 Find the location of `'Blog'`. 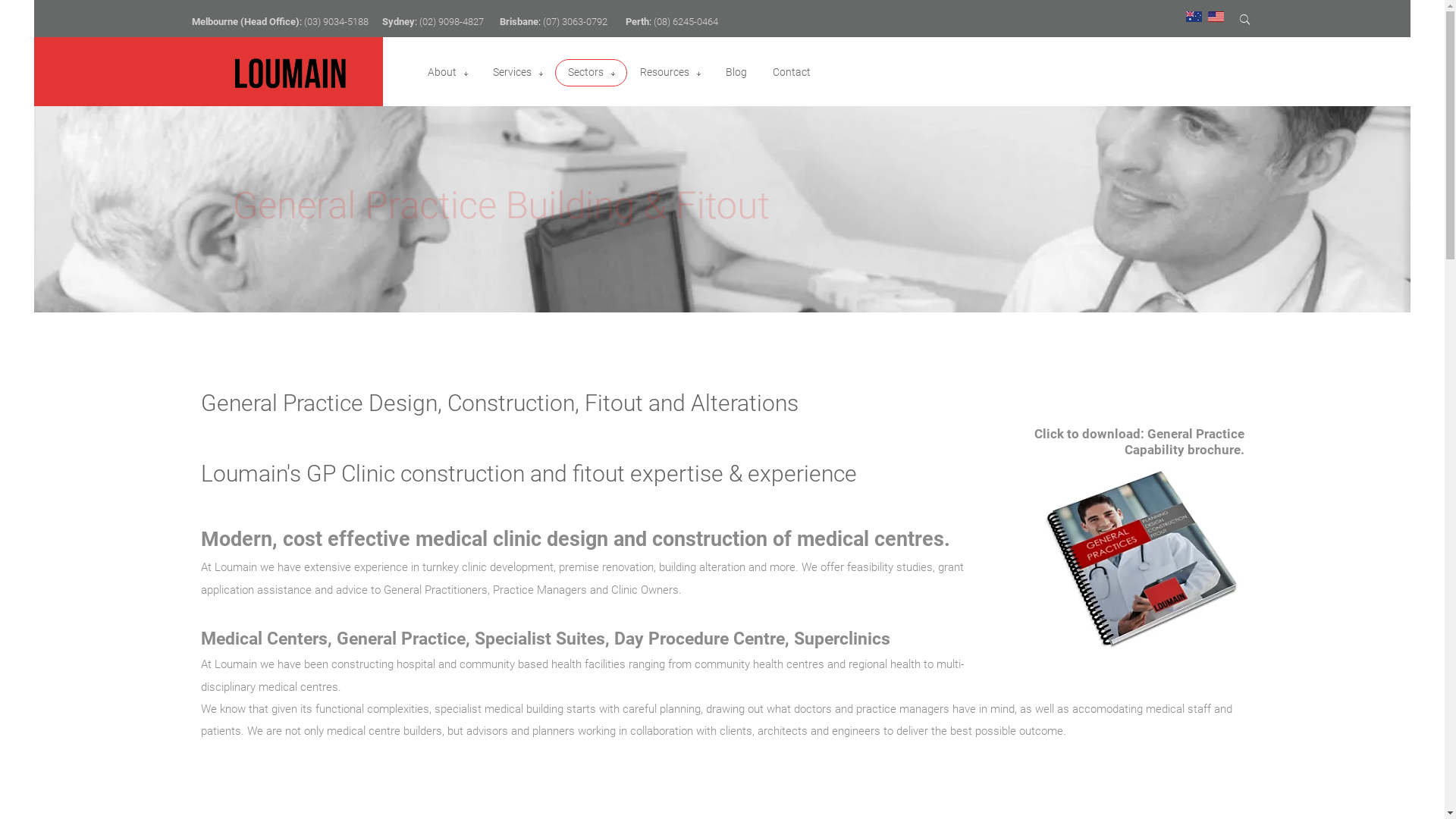

'Blog' is located at coordinates (735, 72).